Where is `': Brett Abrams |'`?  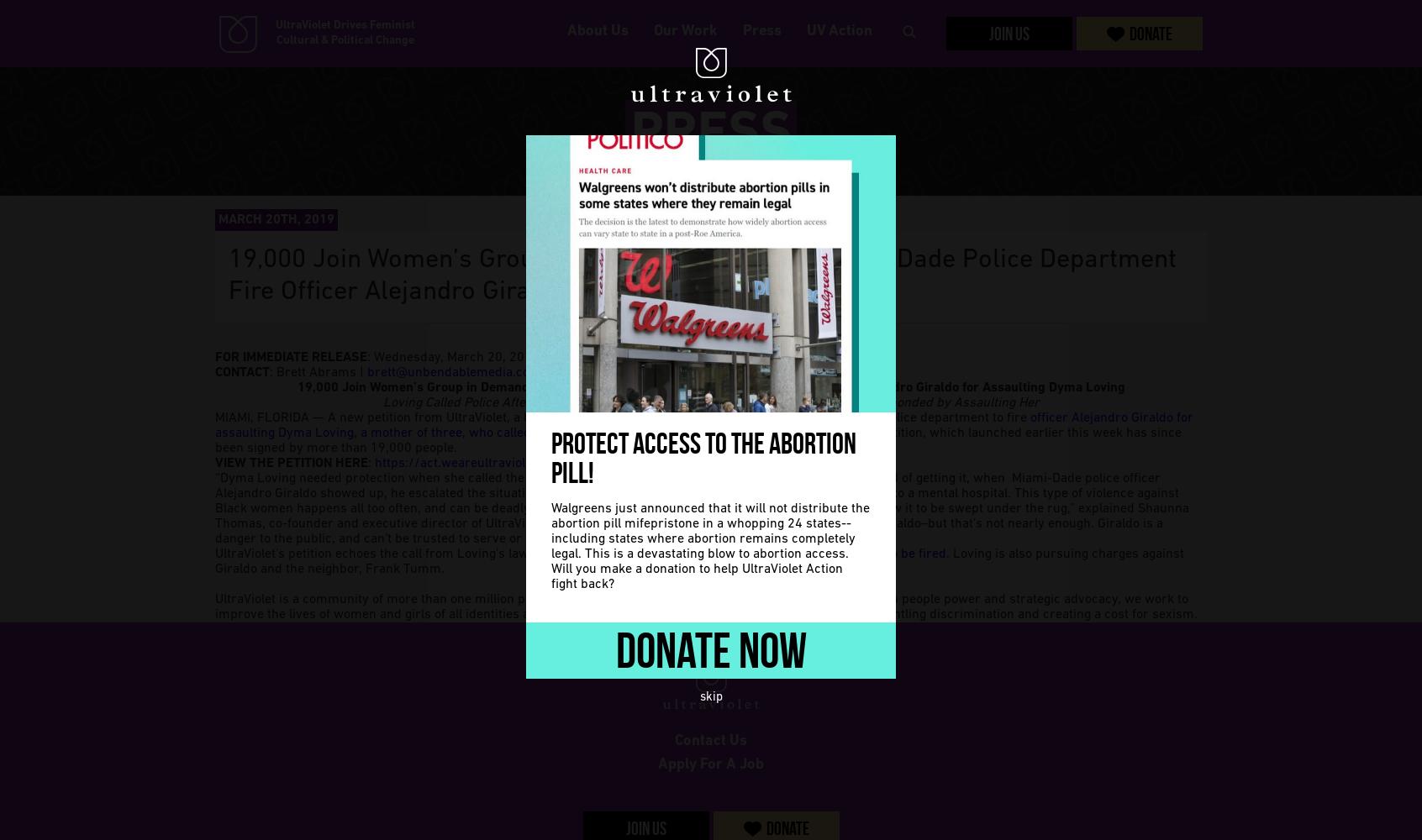 ': Brett Abrams |' is located at coordinates (319, 371).